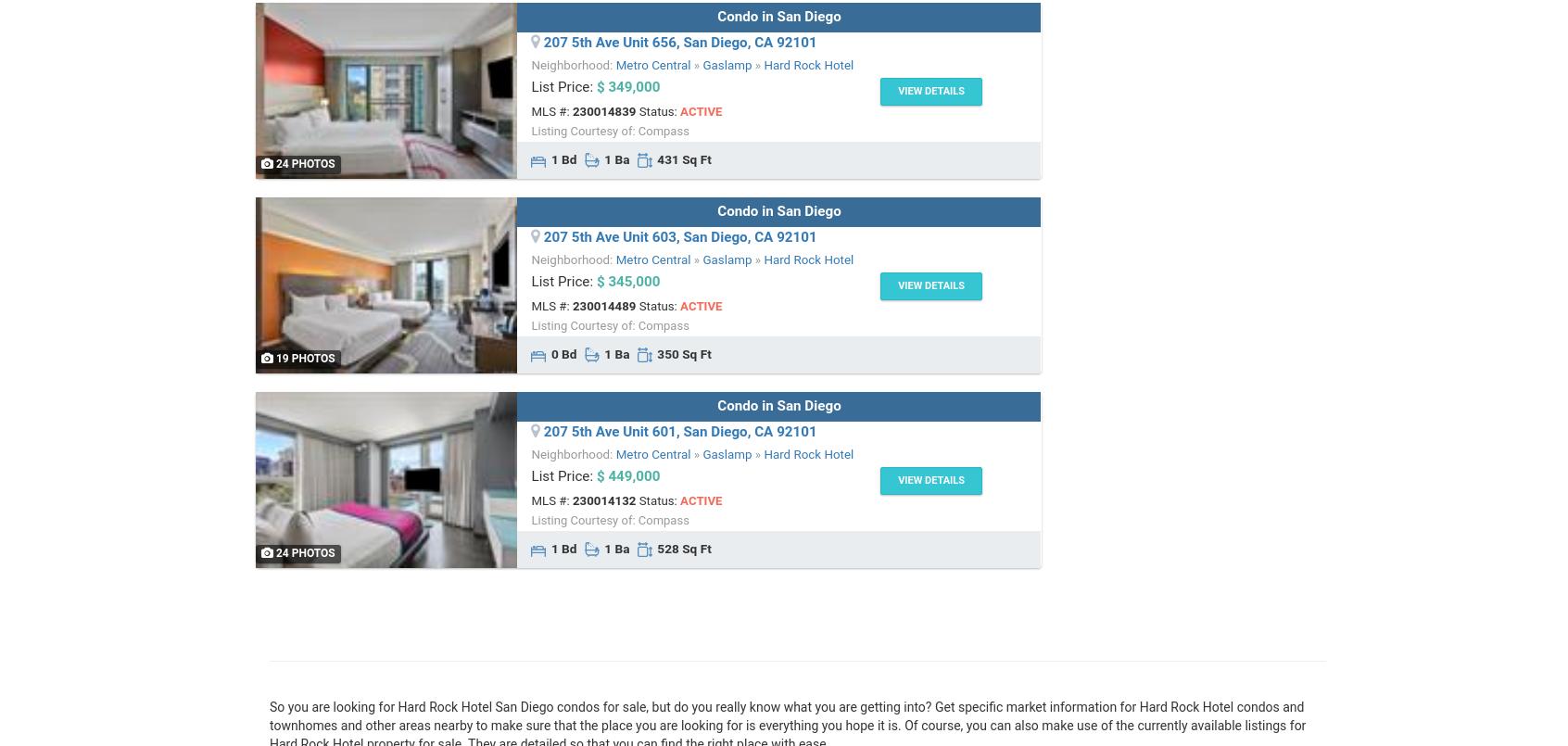  Describe the element at coordinates (678, 236) in the screenshot. I see `'207 5th Ave Unit 603, San Diego, CA 92101'` at that location.